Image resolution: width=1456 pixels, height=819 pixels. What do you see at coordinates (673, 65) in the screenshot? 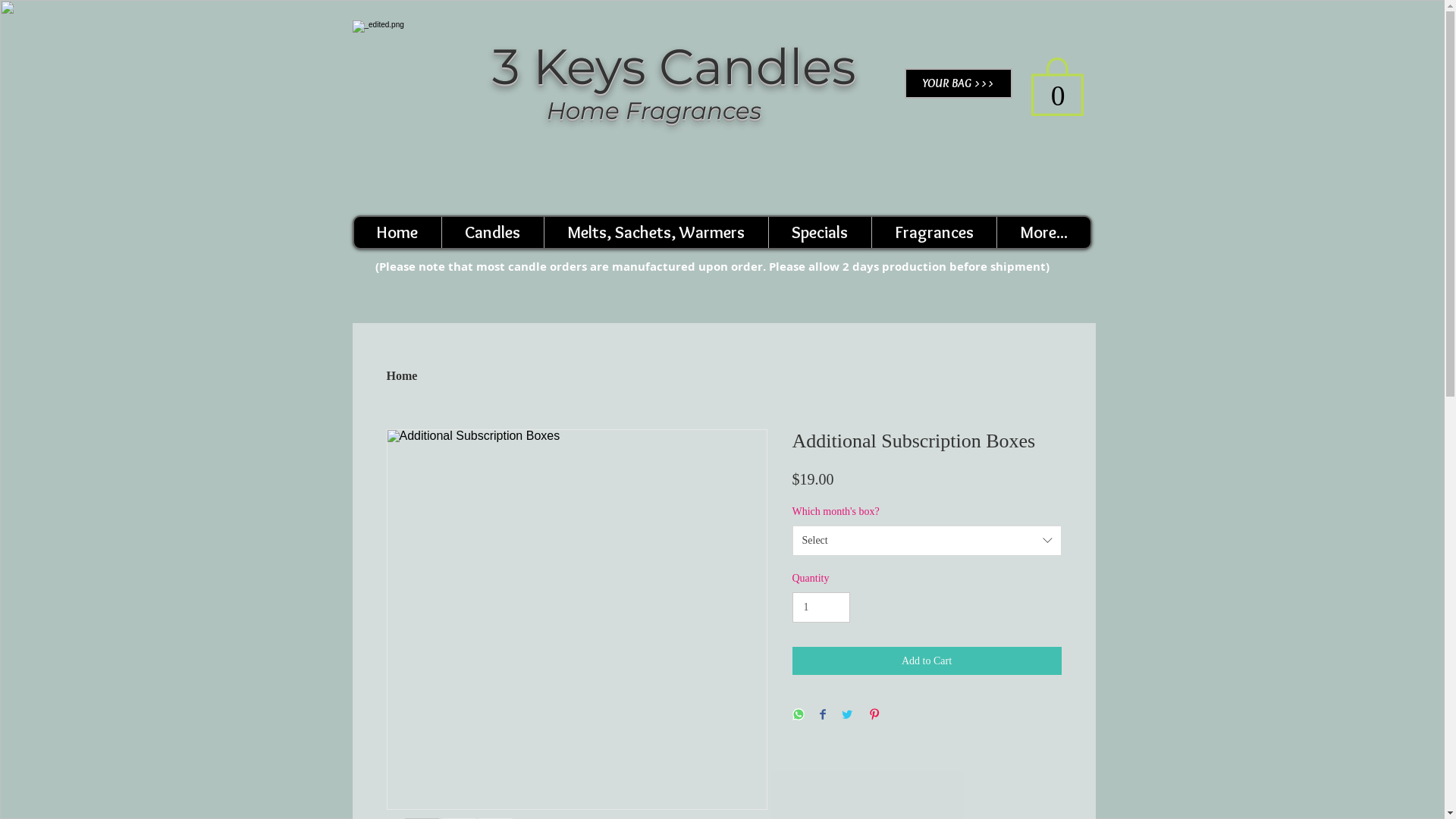
I see `'3 Keys Candles'` at bounding box center [673, 65].